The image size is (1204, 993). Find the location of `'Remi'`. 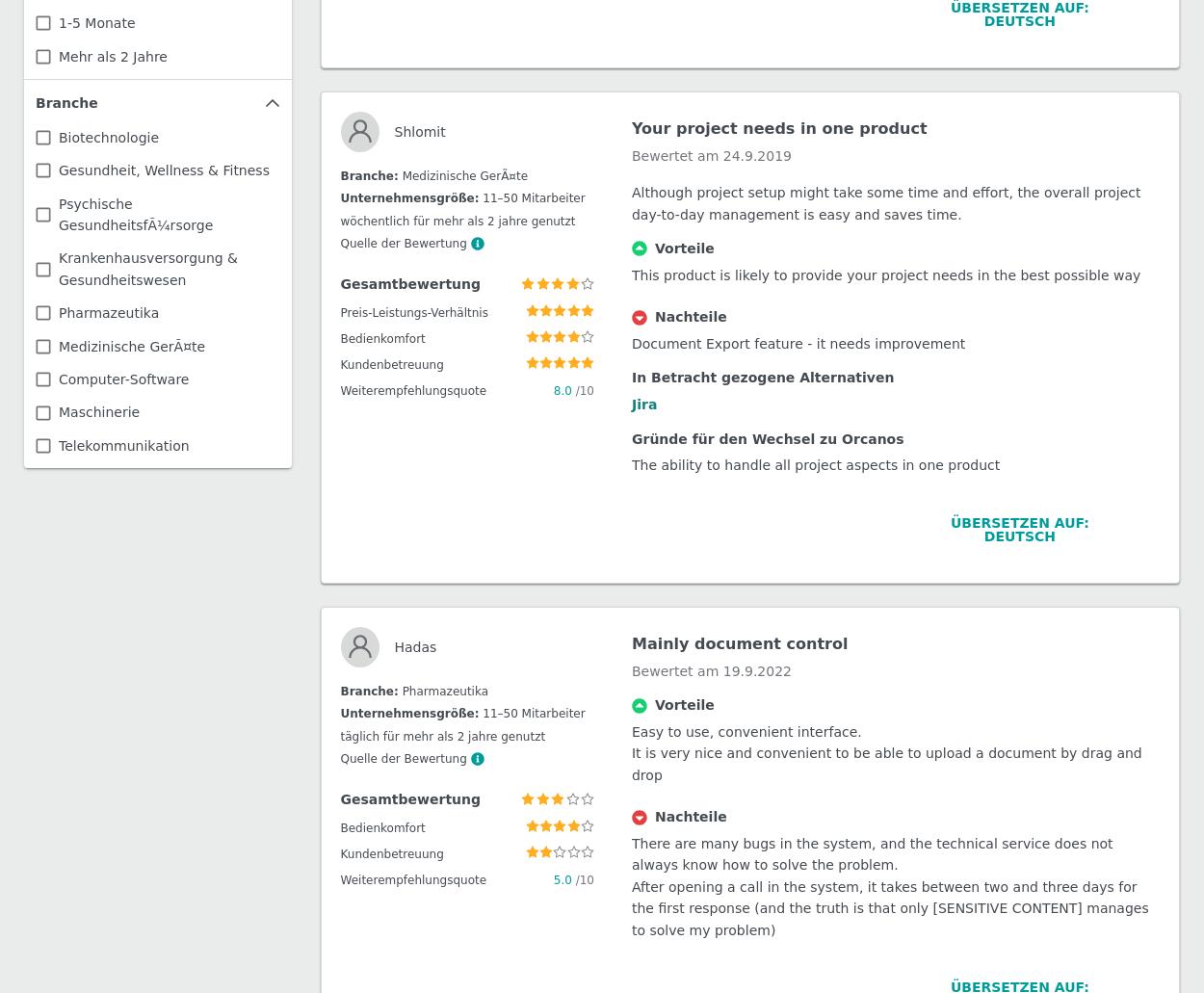

'Remi' is located at coordinates (410, 296).